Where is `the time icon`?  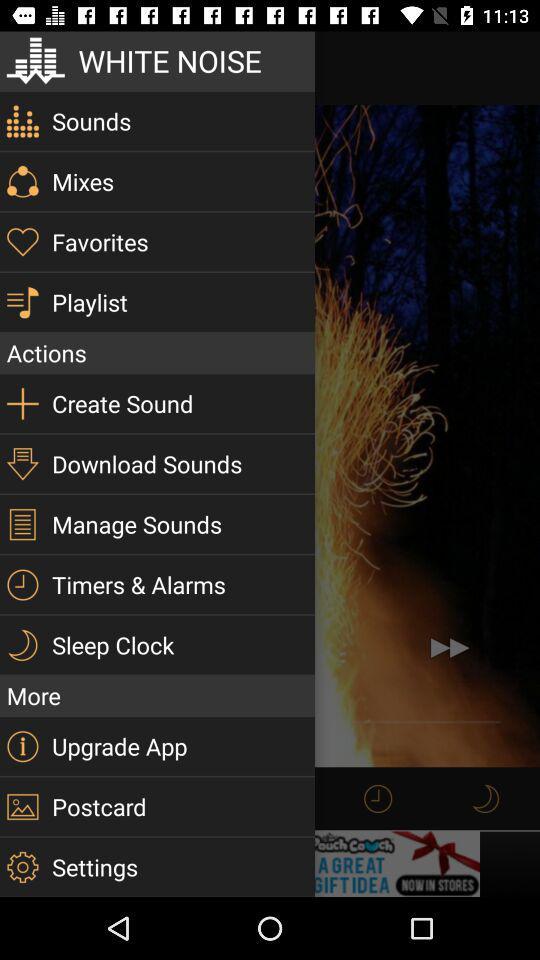
the time icon is located at coordinates (378, 798).